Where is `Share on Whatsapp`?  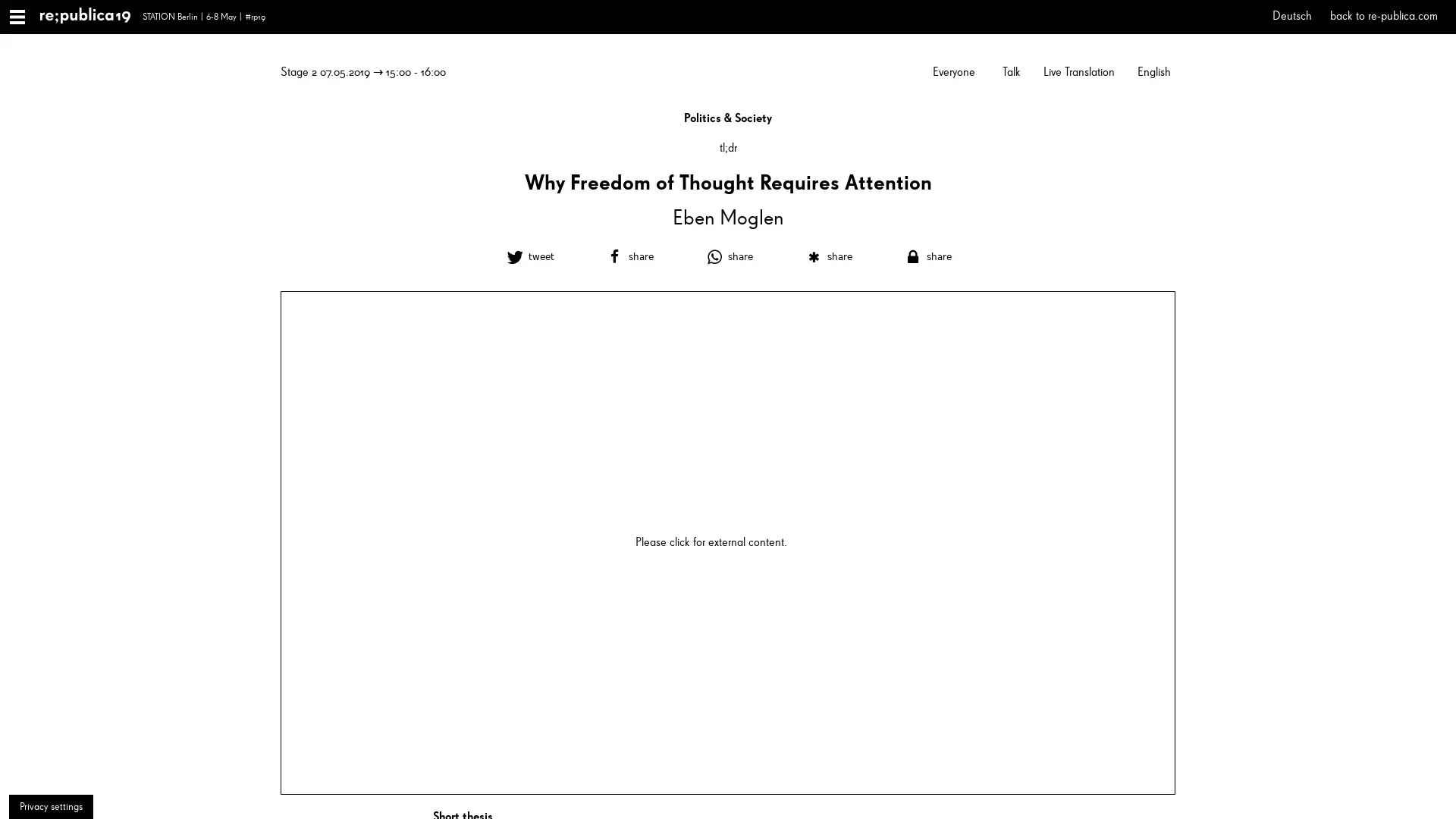 Share on Whatsapp is located at coordinates (728, 256).